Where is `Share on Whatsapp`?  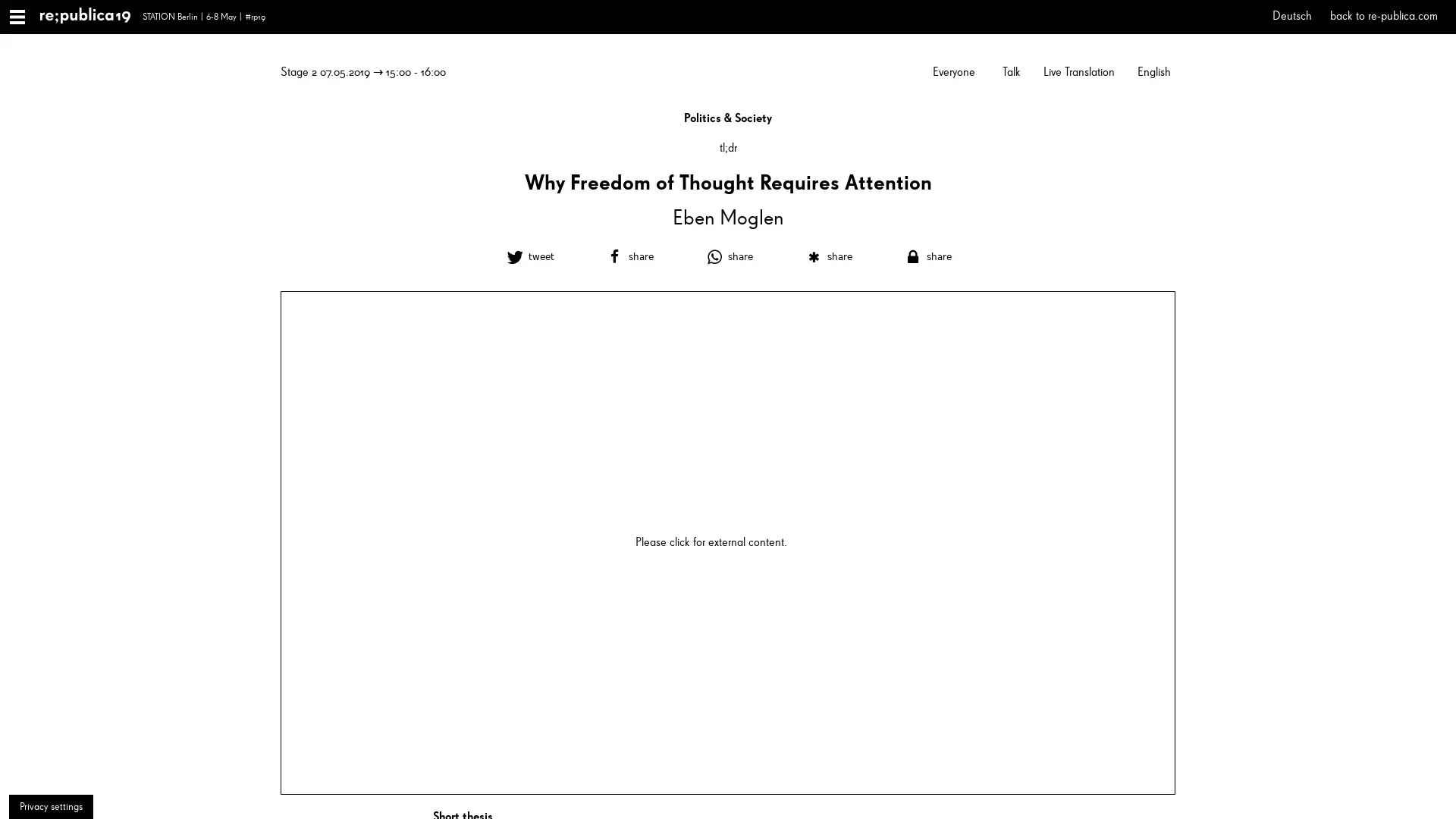 Share on Whatsapp is located at coordinates (728, 256).